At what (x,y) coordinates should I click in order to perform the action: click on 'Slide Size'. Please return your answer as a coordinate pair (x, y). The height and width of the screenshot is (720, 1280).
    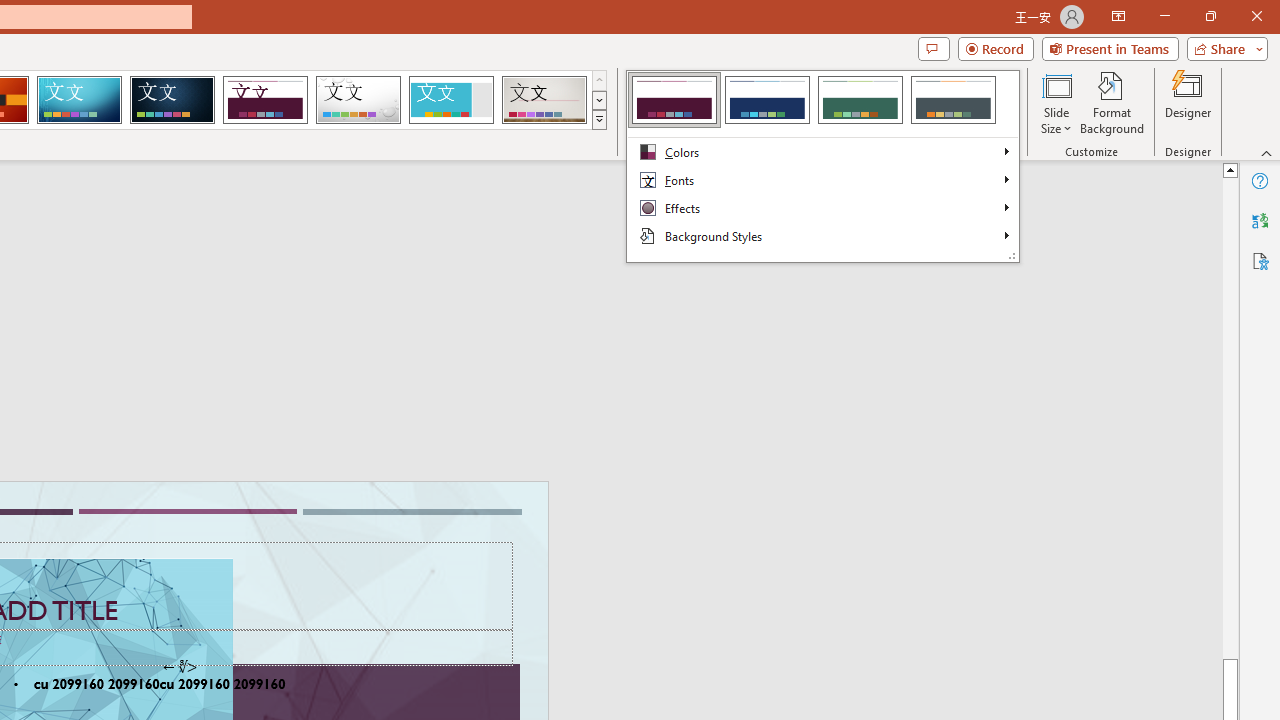
    Looking at the image, I should click on (1055, 103).